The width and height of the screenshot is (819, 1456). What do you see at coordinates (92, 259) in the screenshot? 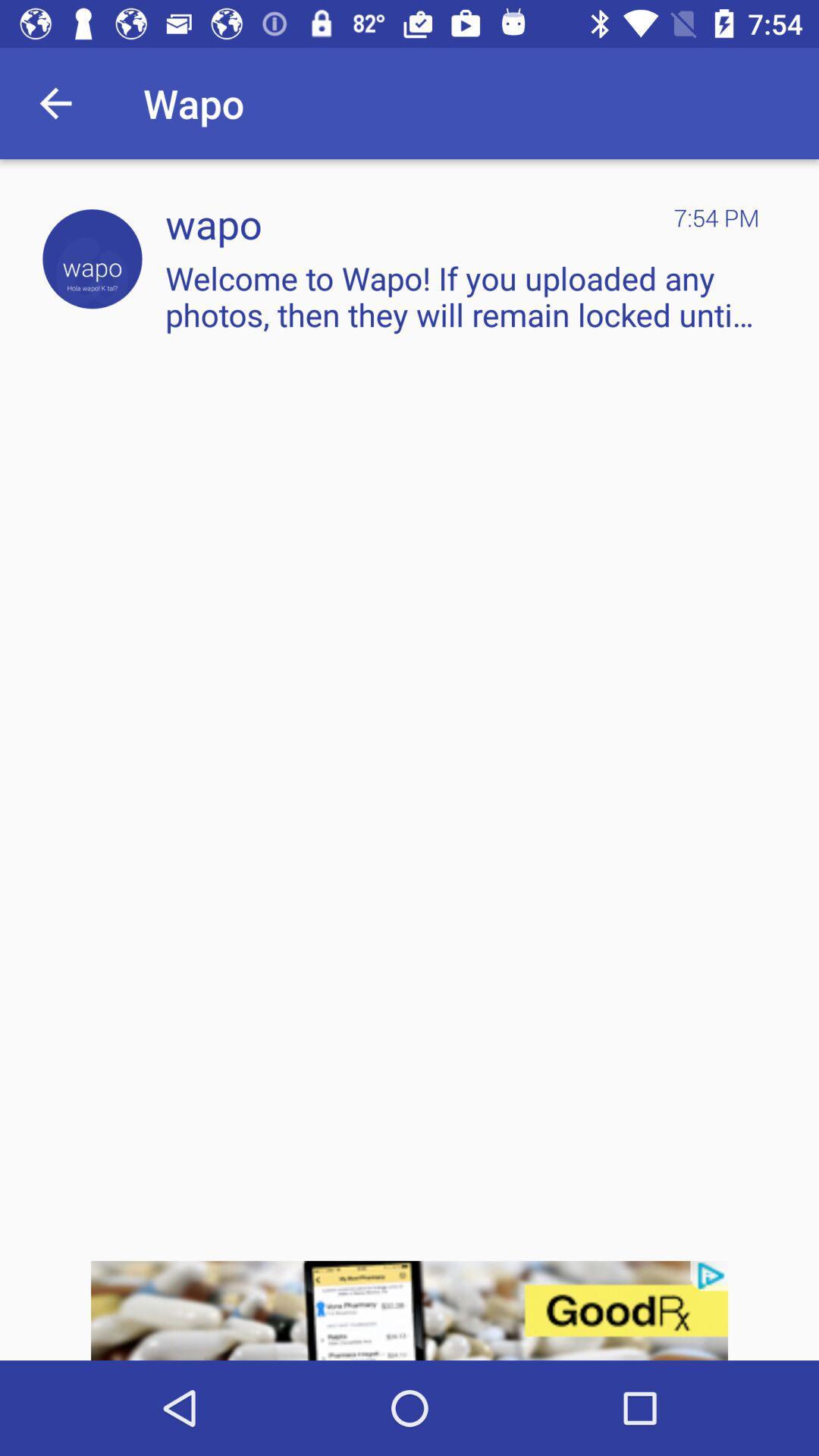
I see `open app` at bounding box center [92, 259].